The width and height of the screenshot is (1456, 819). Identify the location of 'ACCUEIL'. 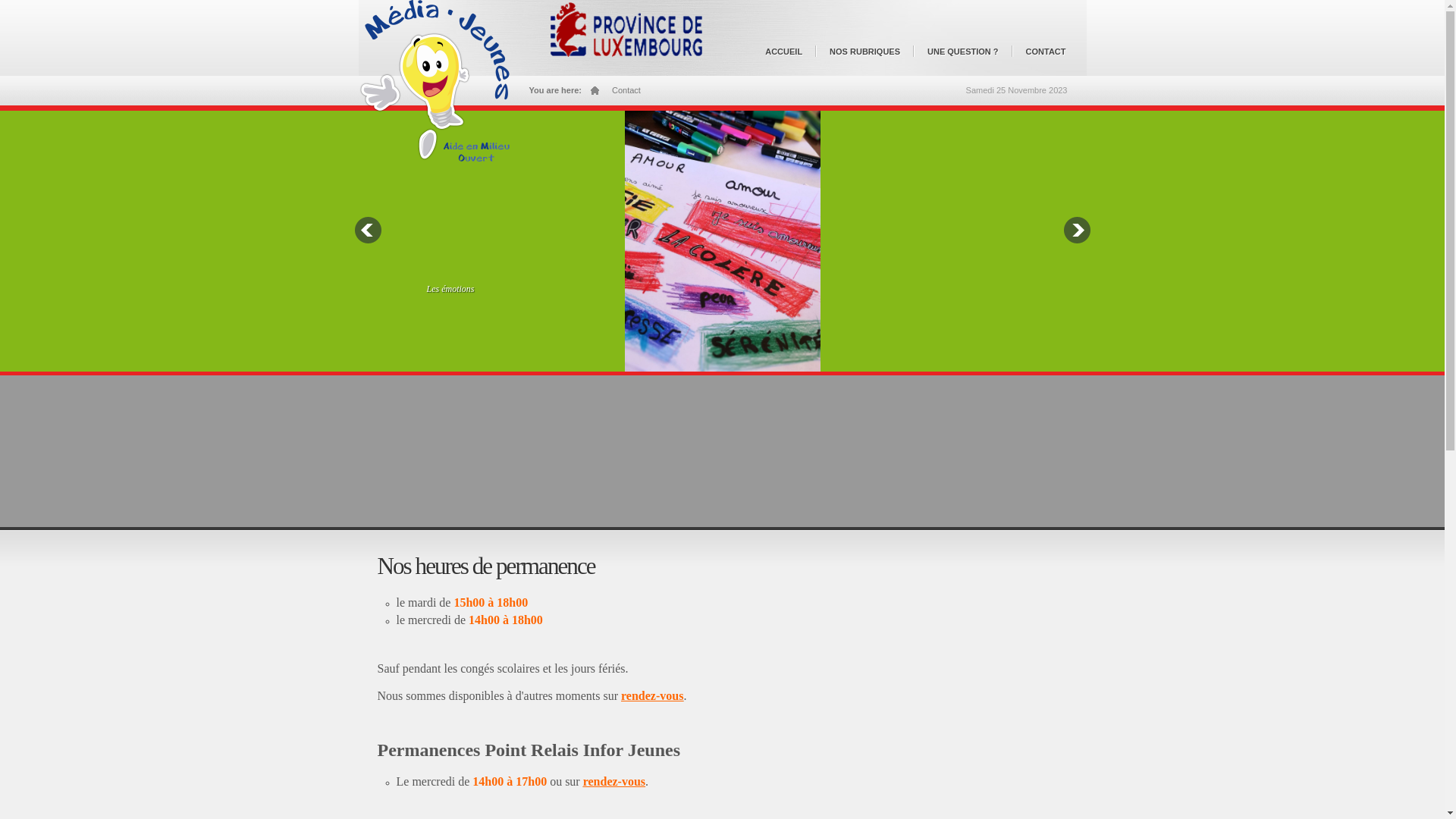
(787, 58).